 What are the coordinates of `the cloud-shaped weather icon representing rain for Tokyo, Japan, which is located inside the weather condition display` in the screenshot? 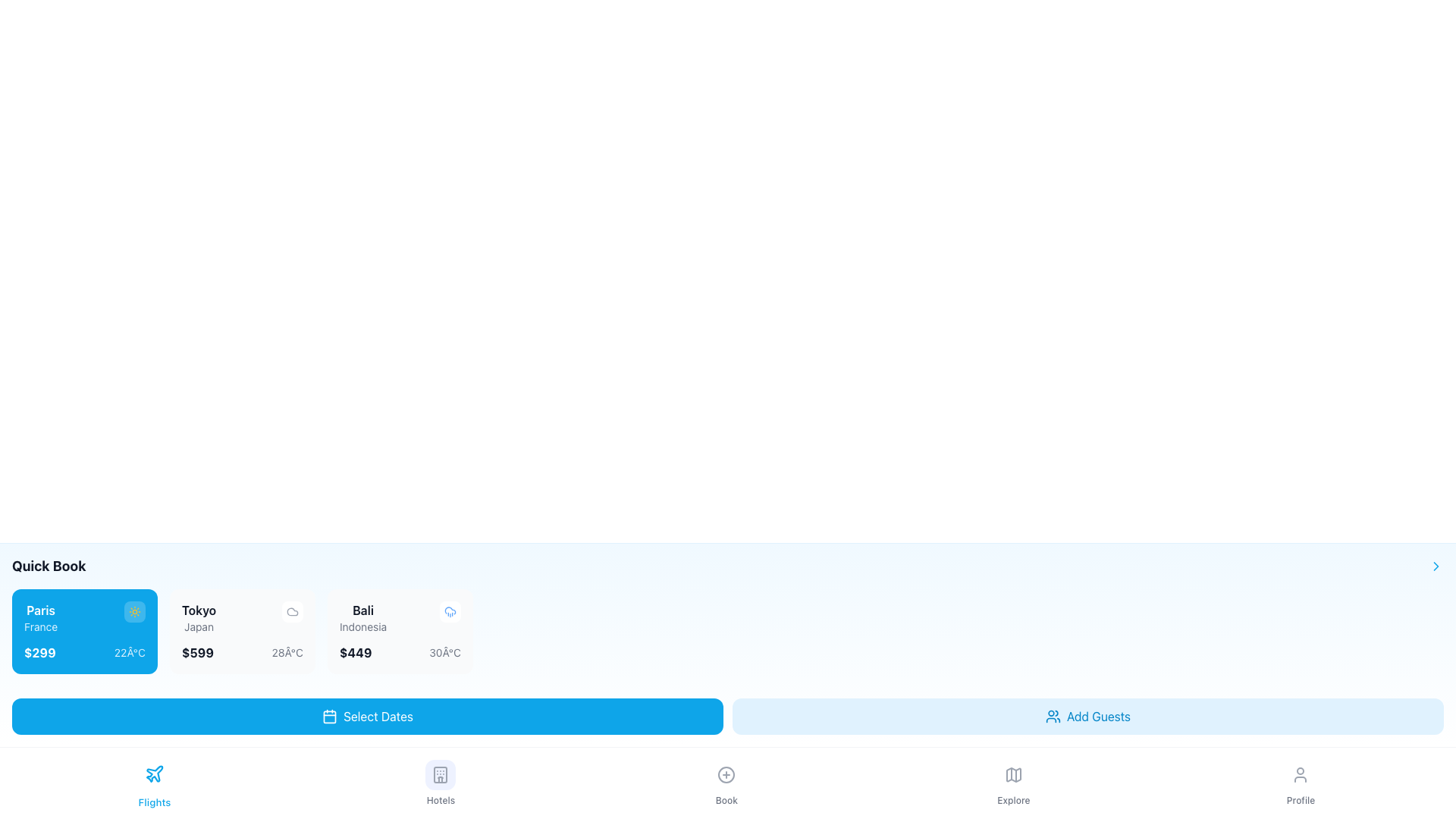 It's located at (450, 610).